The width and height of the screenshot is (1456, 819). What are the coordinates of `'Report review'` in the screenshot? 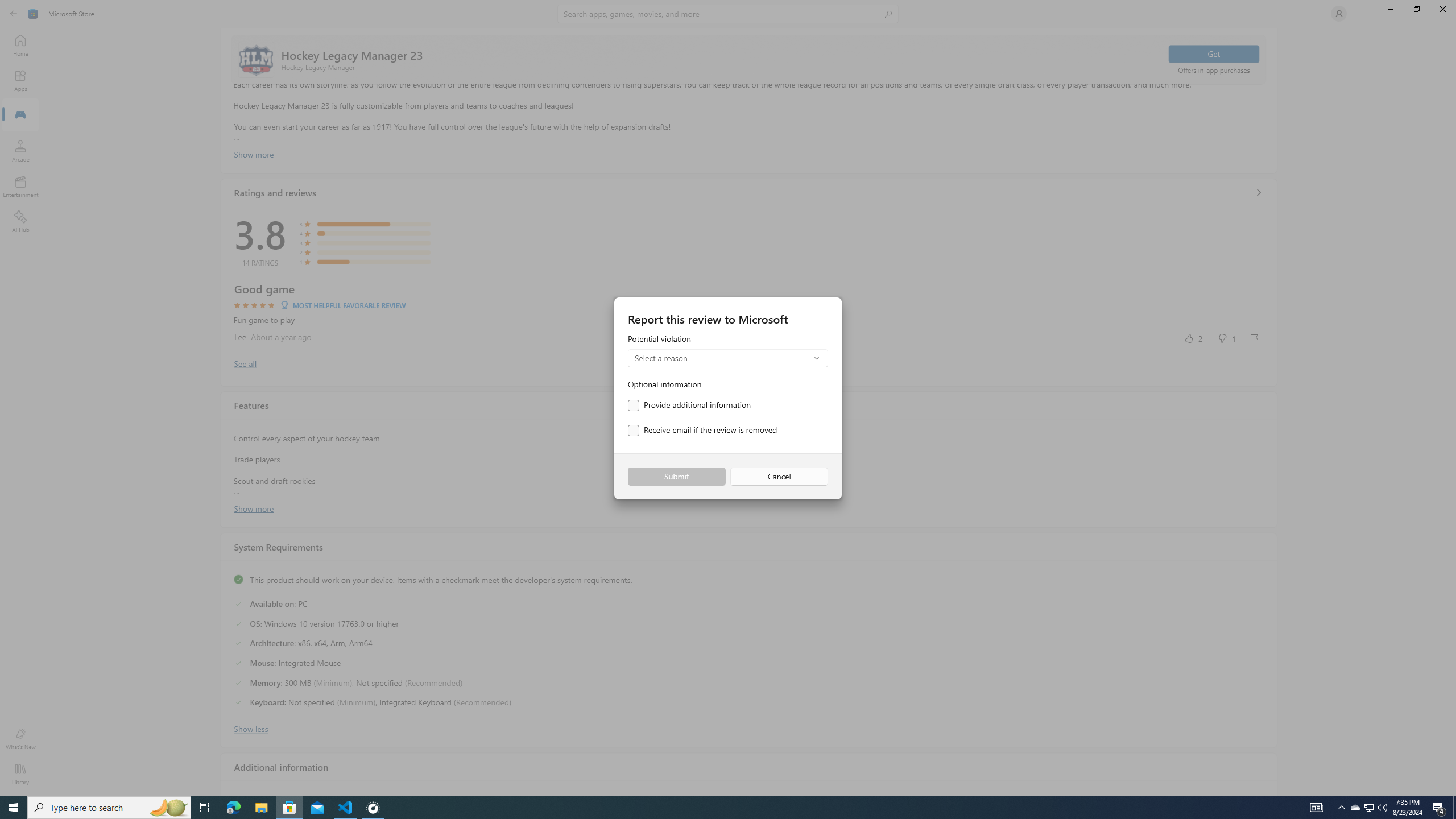 It's located at (1254, 337).